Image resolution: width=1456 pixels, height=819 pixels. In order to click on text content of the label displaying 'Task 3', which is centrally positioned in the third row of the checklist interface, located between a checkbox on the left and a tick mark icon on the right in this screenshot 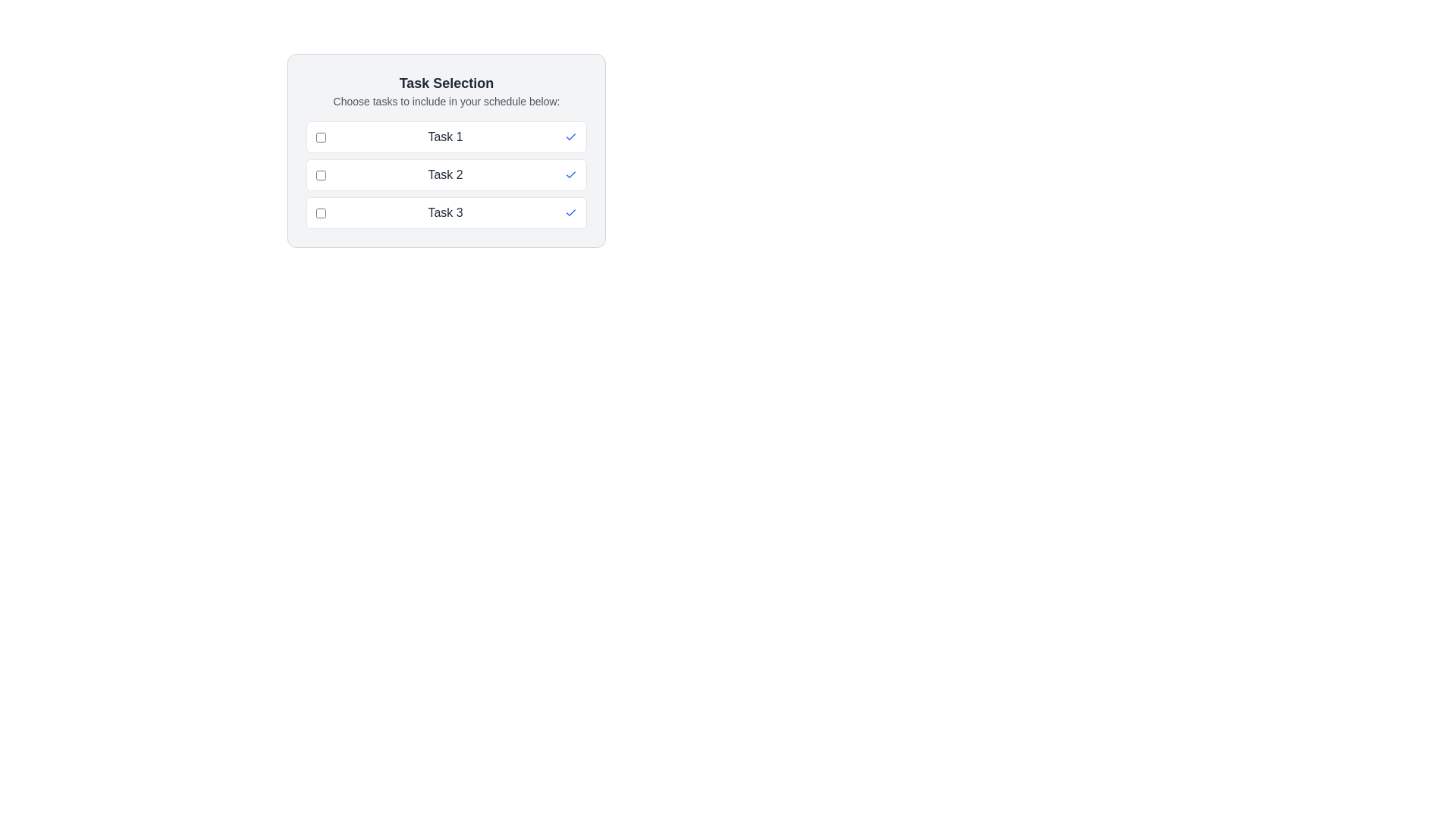, I will do `click(444, 213)`.